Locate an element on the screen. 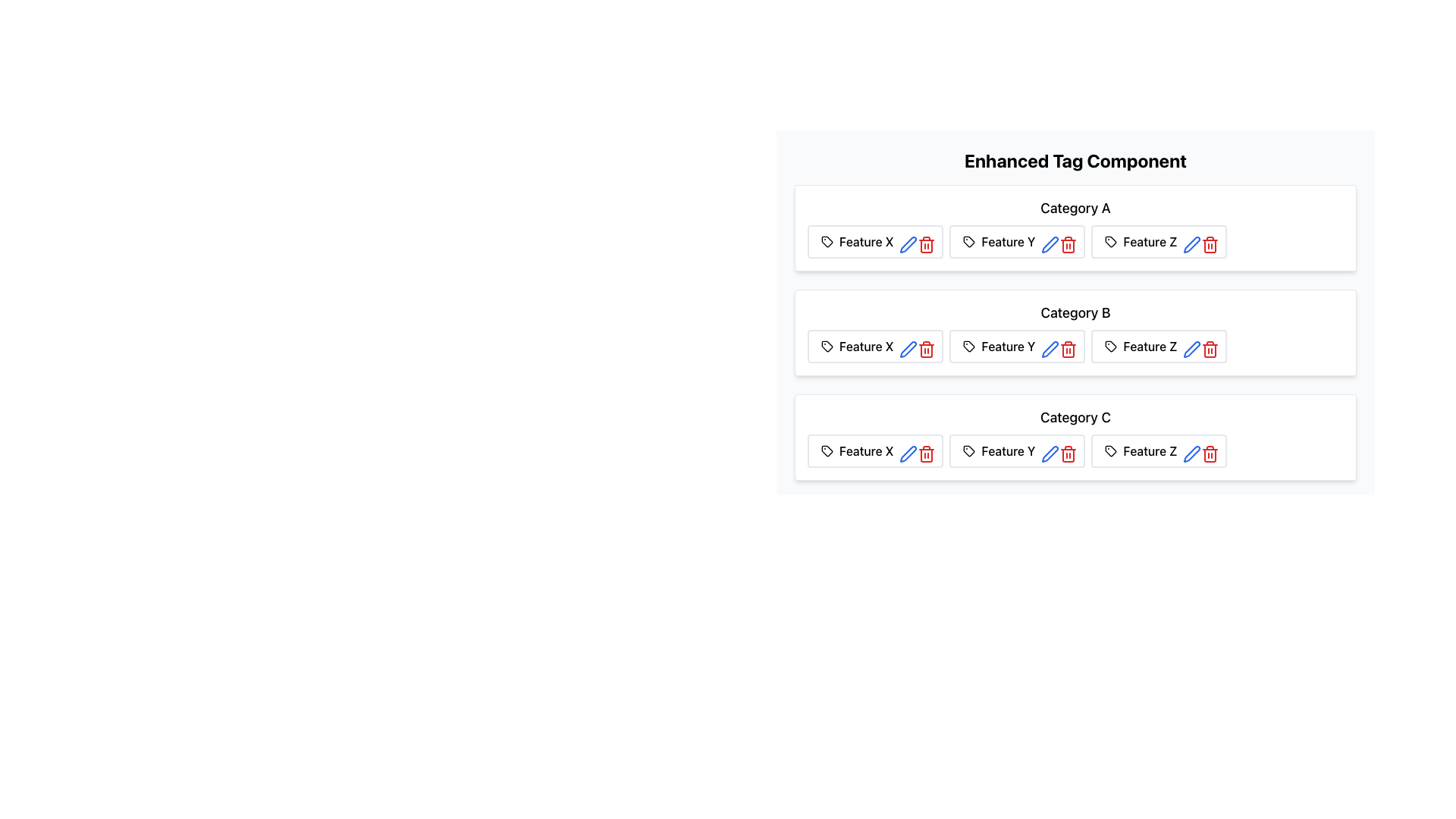 The image size is (1456, 819). the edit icon for 'Feature Y' located in the second position under 'Category A' is located at coordinates (1050, 244).